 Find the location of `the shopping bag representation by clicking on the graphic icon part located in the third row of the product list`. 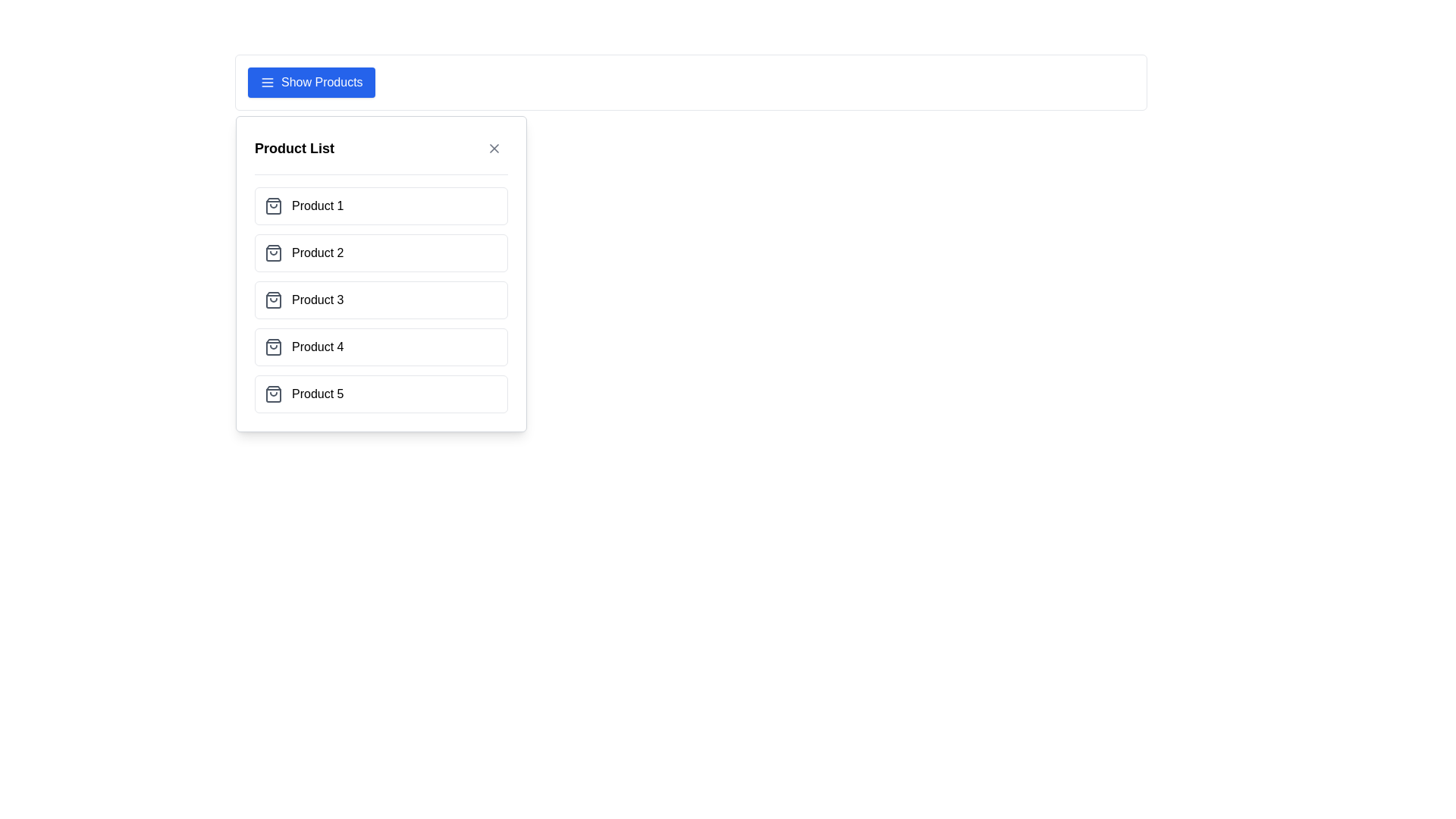

the shopping bag representation by clicking on the graphic icon part located in the third row of the product list is located at coordinates (273, 300).